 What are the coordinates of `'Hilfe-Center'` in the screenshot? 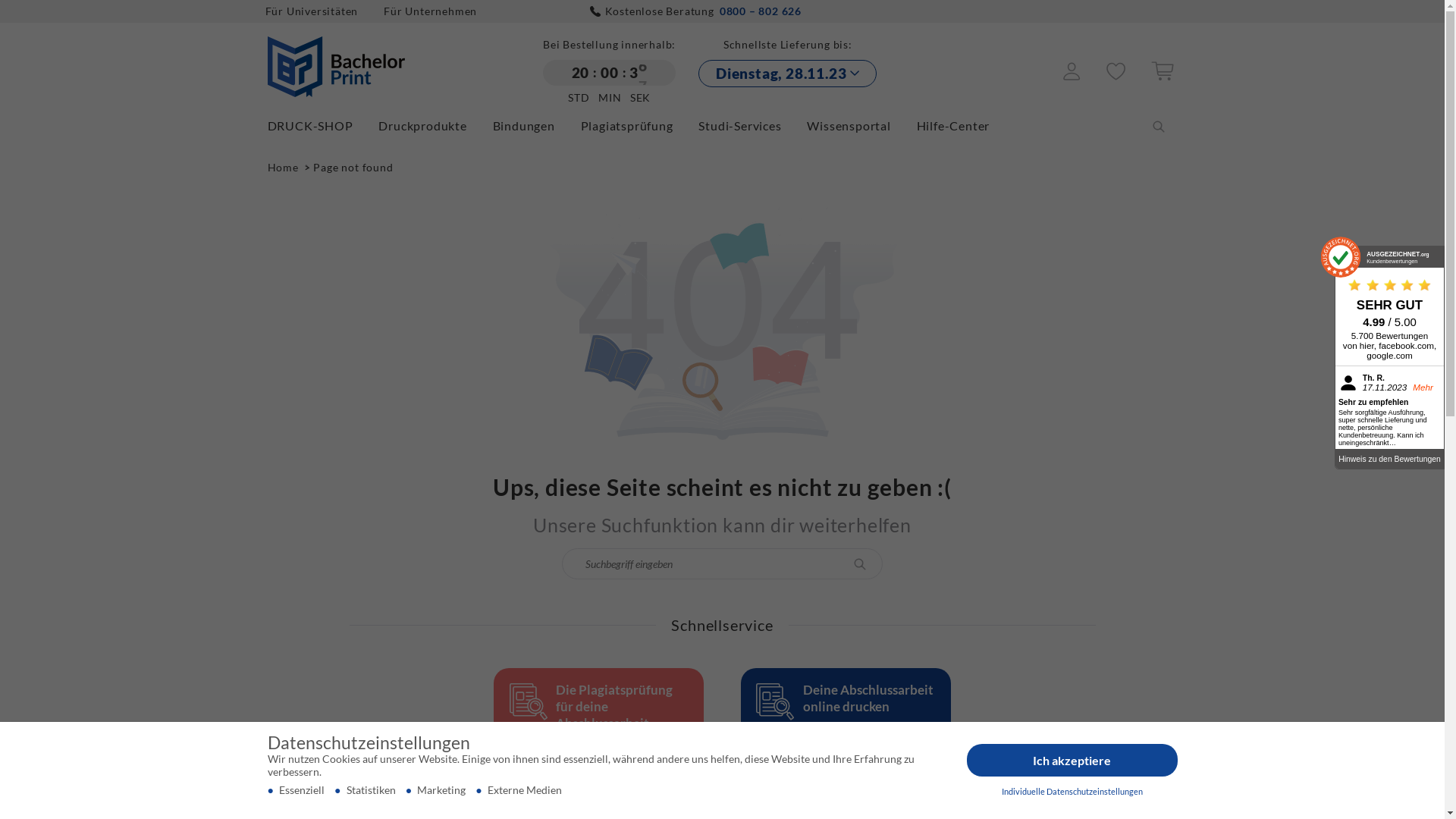 It's located at (916, 124).